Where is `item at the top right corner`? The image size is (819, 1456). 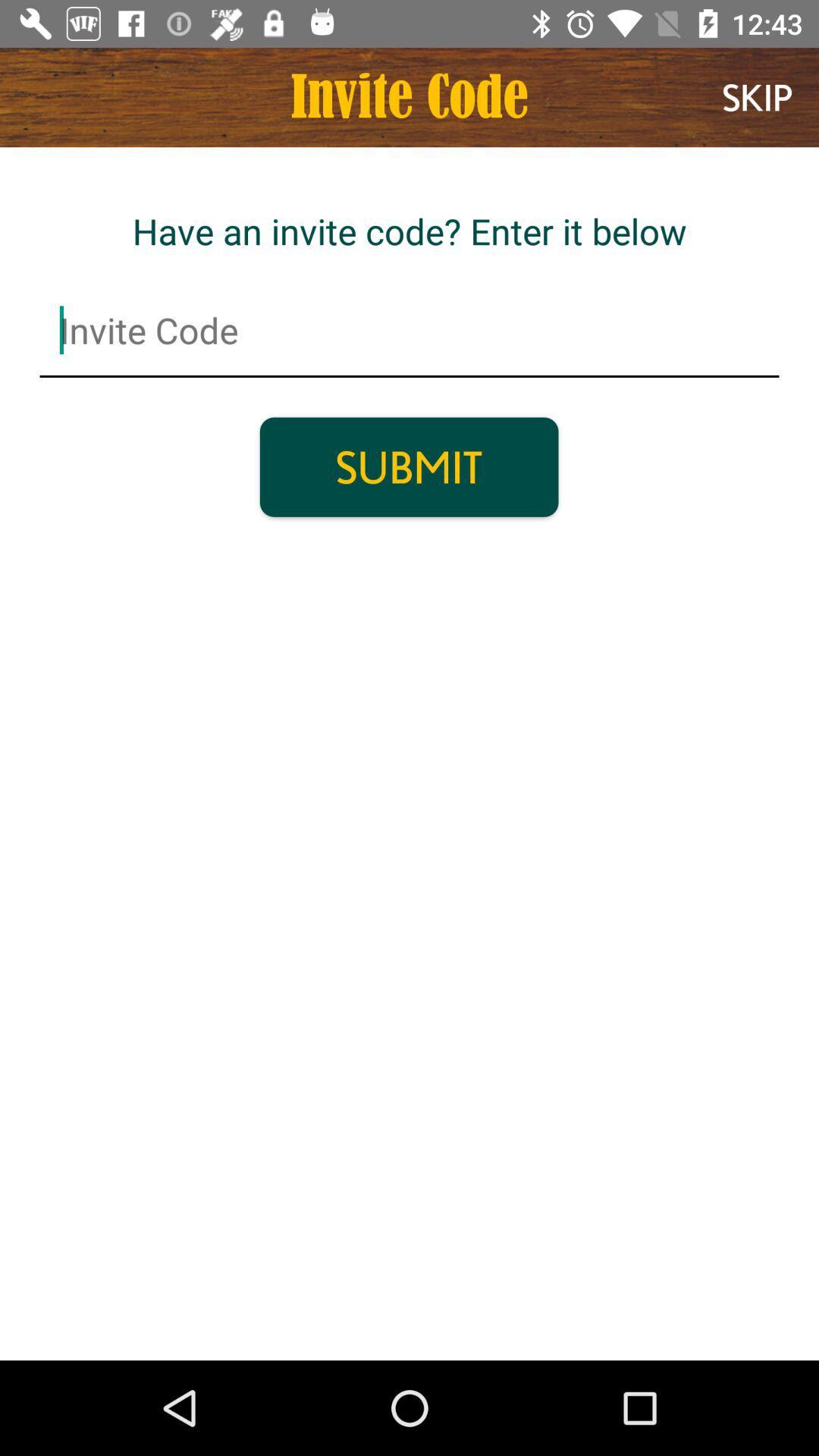 item at the top right corner is located at coordinates (757, 96).